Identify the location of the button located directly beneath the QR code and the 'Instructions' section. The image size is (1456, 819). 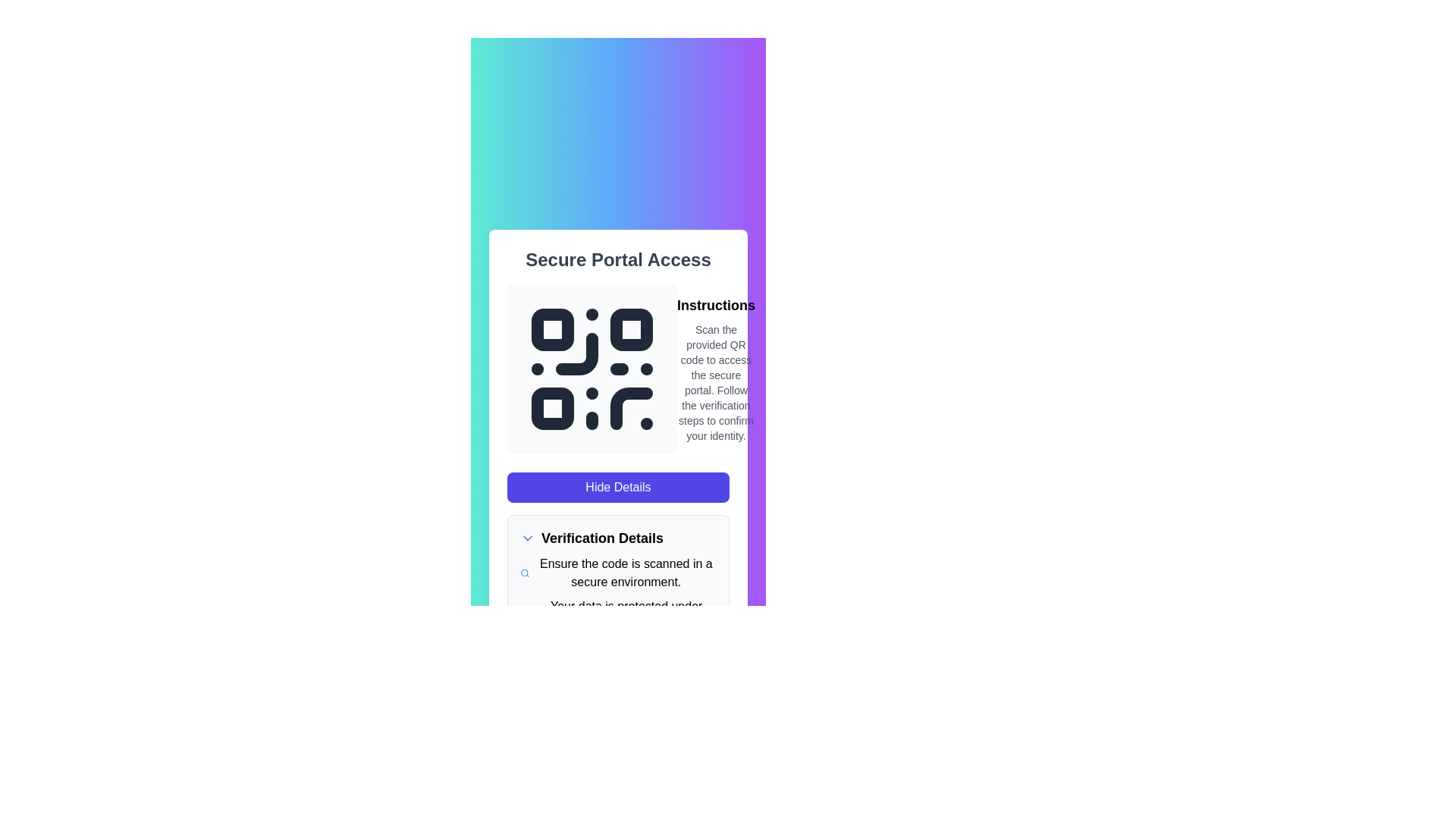
(618, 488).